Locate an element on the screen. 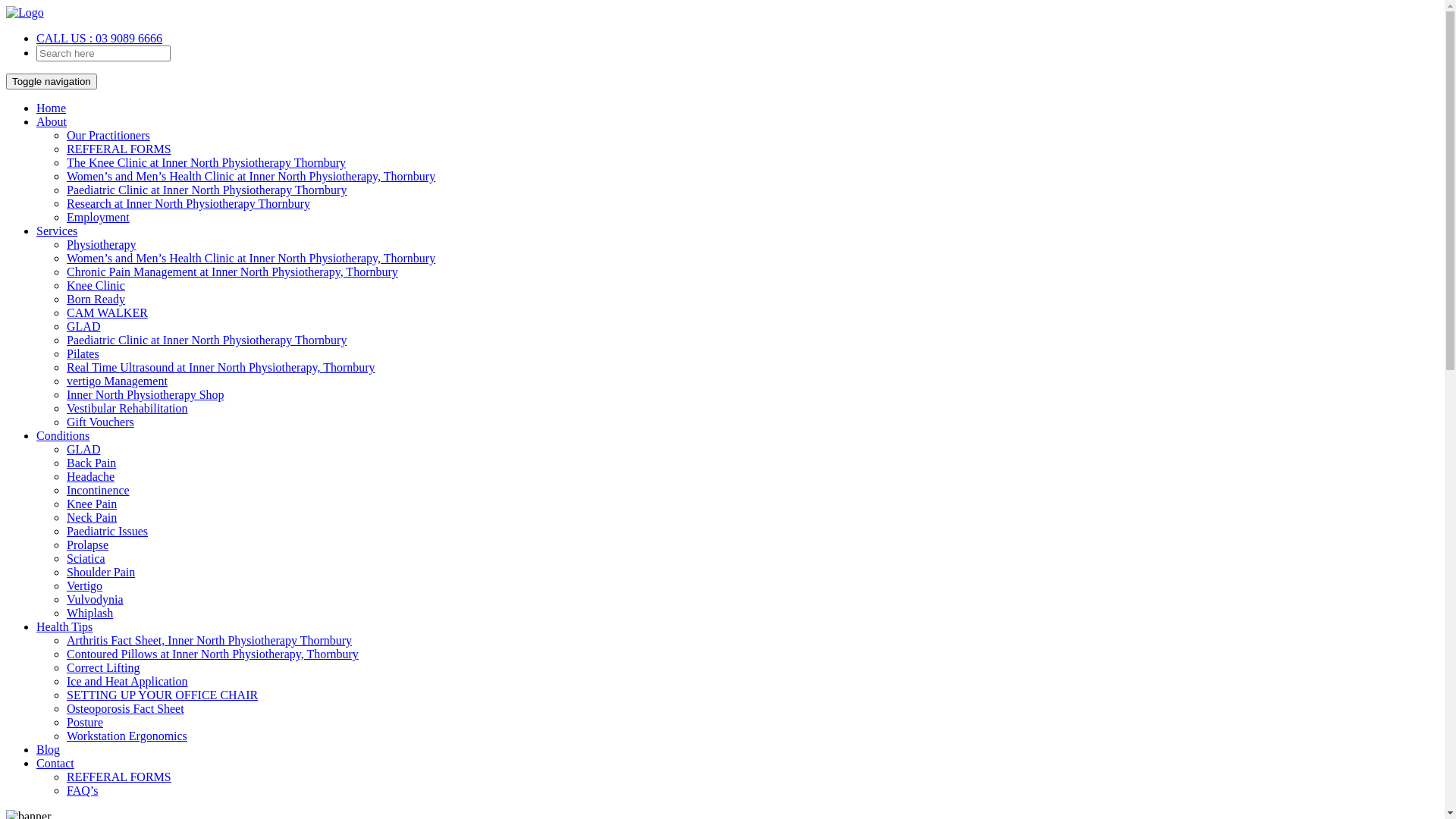  'Home' is located at coordinates (51, 107).